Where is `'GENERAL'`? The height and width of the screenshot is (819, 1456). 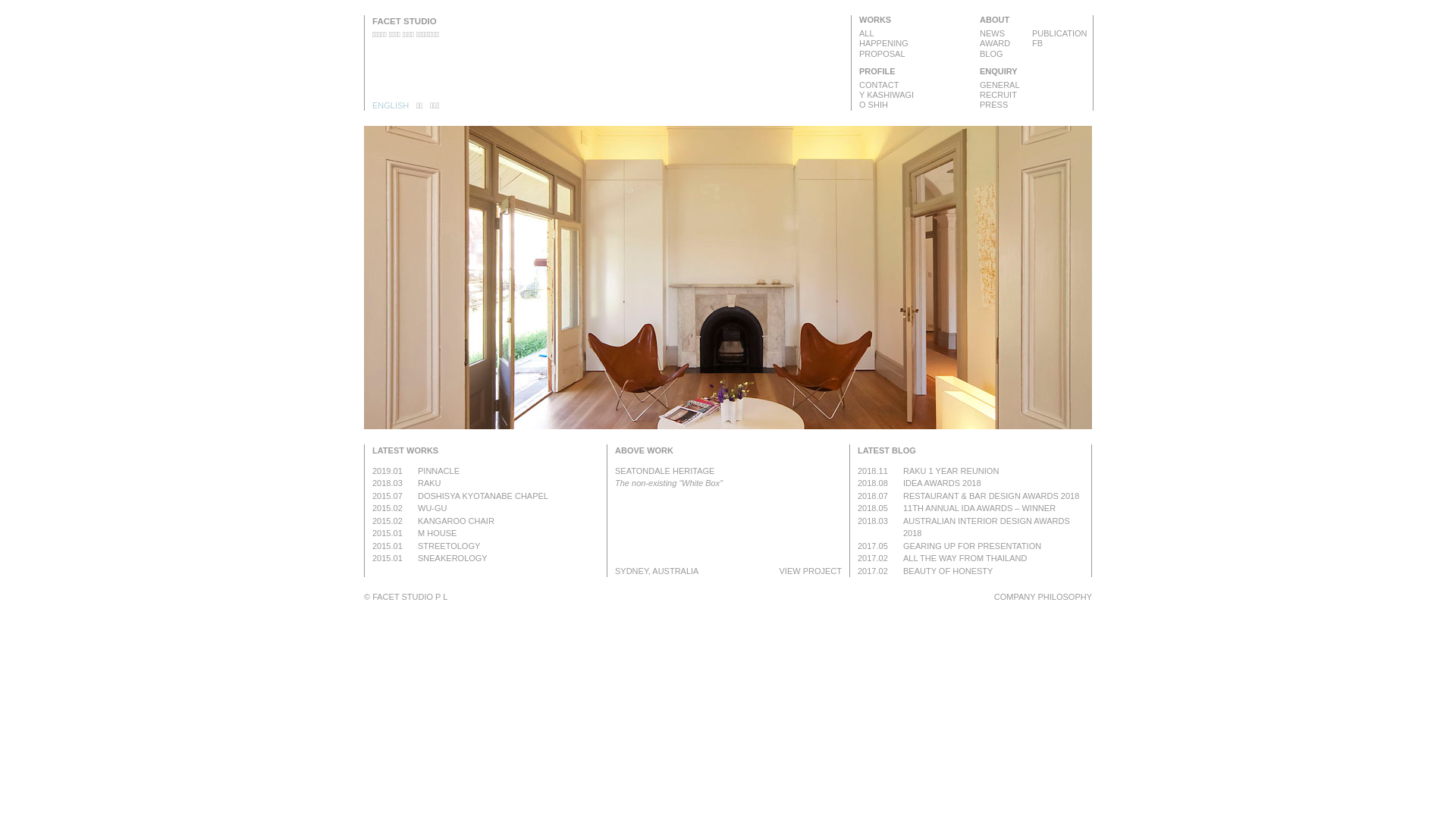
'GENERAL' is located at coordinates (1035, 85).